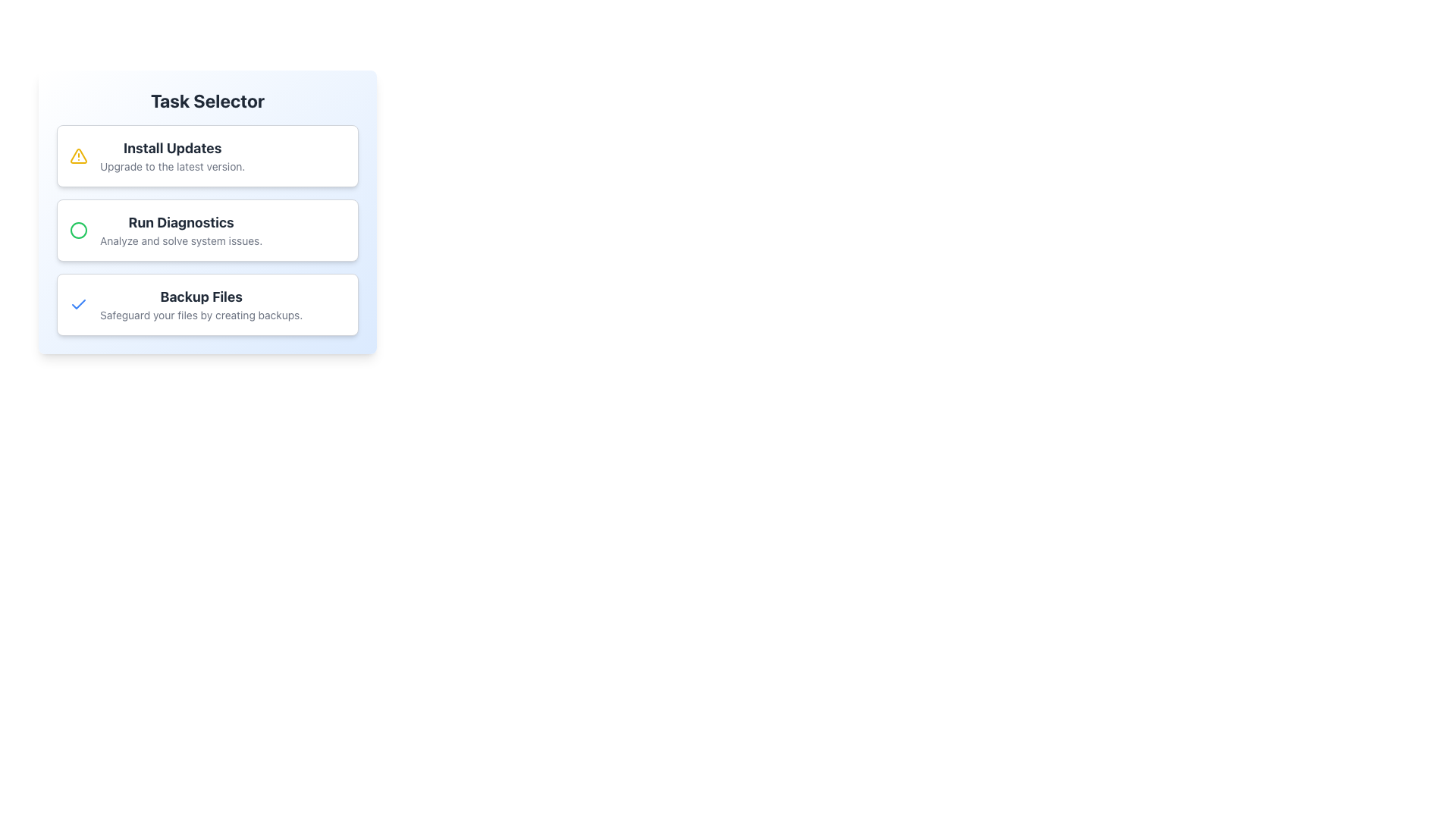  What do you see at coordinates (206, 304) in the screenshot?
I see `the clickable card for file backup options located in the third card of the 'Task Selector' vertical stack` at bounding box center [206, 304].